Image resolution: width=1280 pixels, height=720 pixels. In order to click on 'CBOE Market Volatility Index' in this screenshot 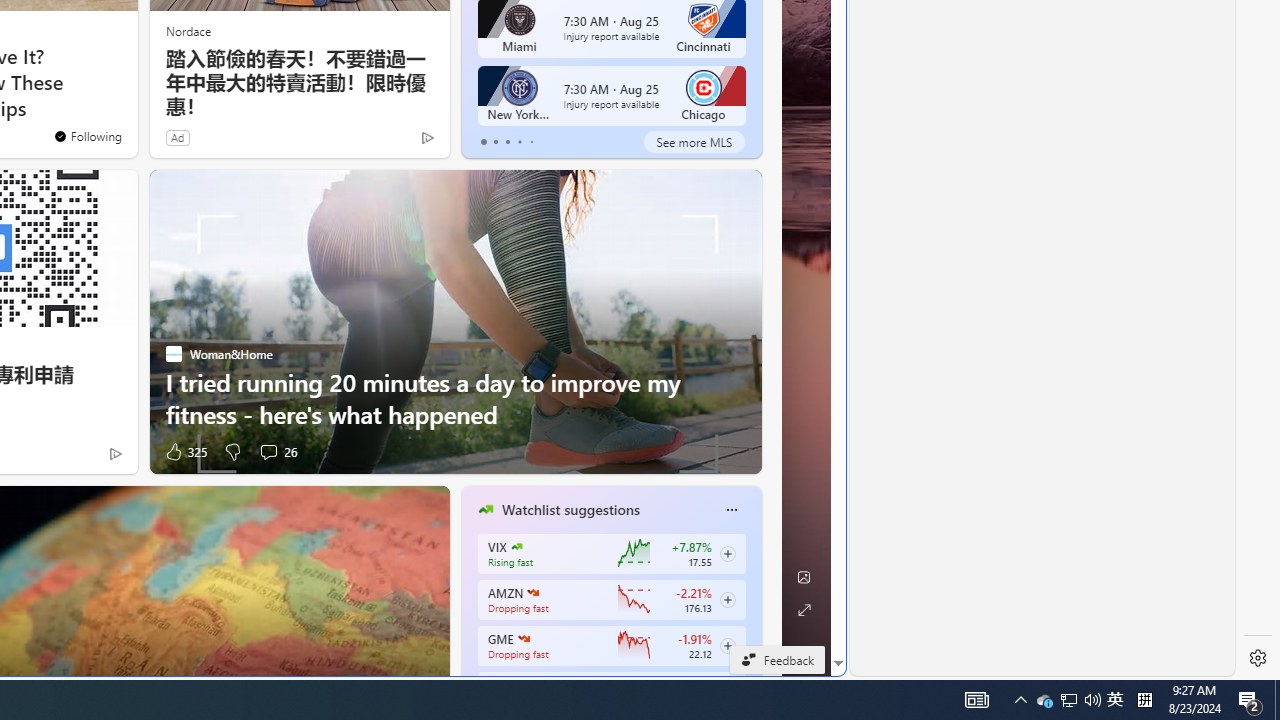, I will do `click(516, 546)`.